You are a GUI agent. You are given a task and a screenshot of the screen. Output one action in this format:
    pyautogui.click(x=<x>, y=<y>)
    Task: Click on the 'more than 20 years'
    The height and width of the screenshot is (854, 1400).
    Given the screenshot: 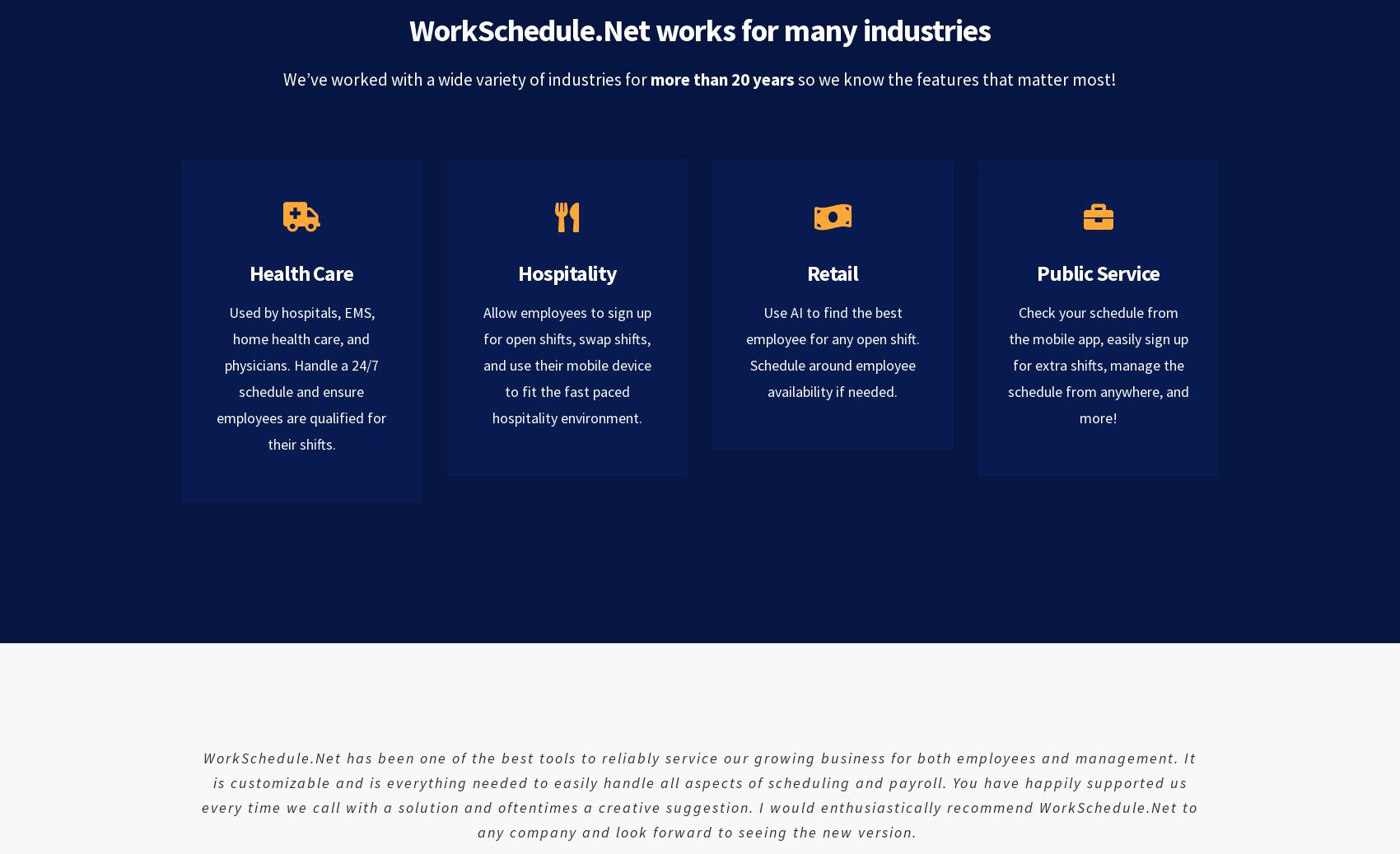 What is the action you would take?
    pyautogui.click(x=724, y=78)
    